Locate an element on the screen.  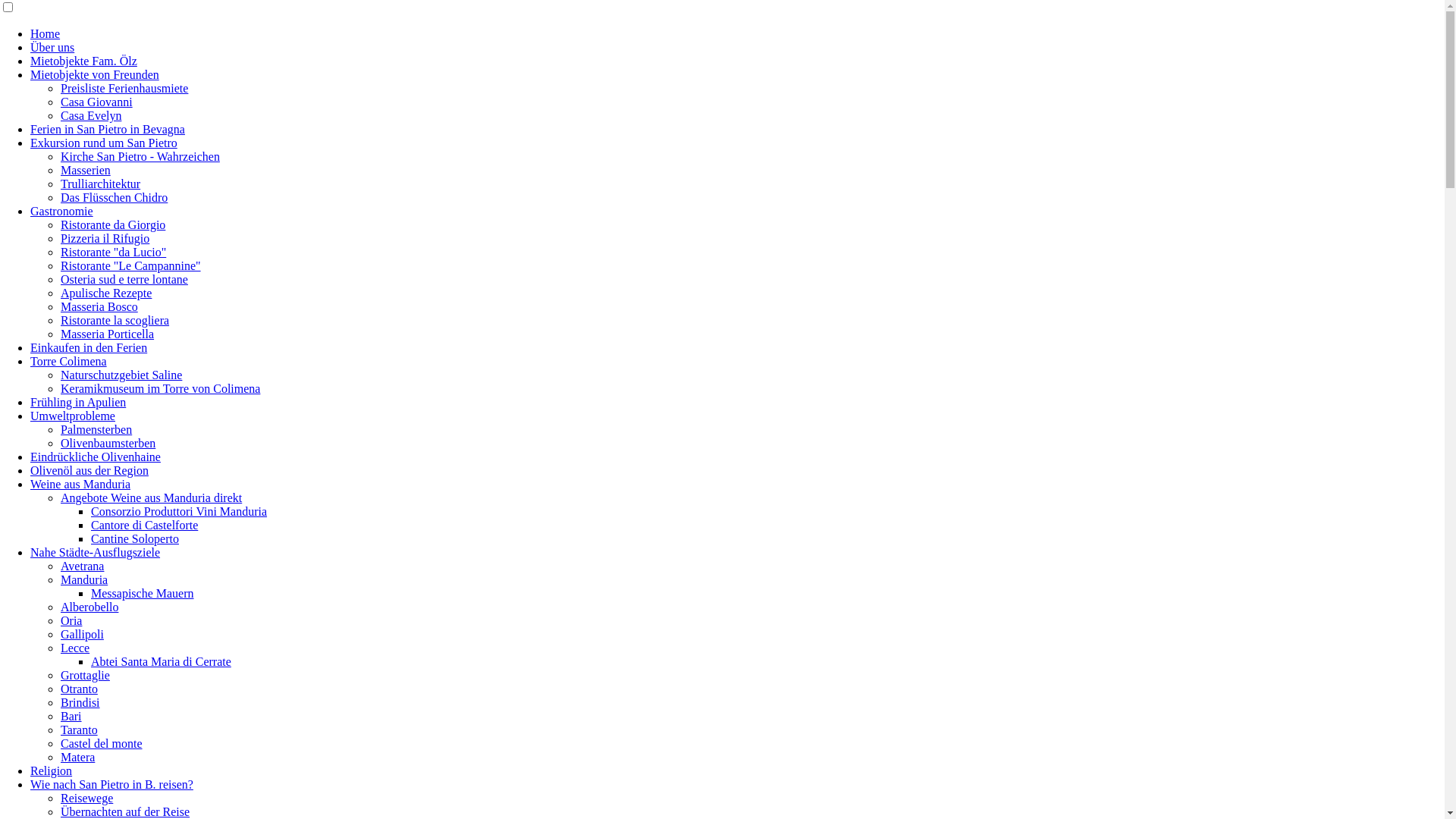
'Abtei Santa Maria di Cerrate' is located at coordinates (161, 661).